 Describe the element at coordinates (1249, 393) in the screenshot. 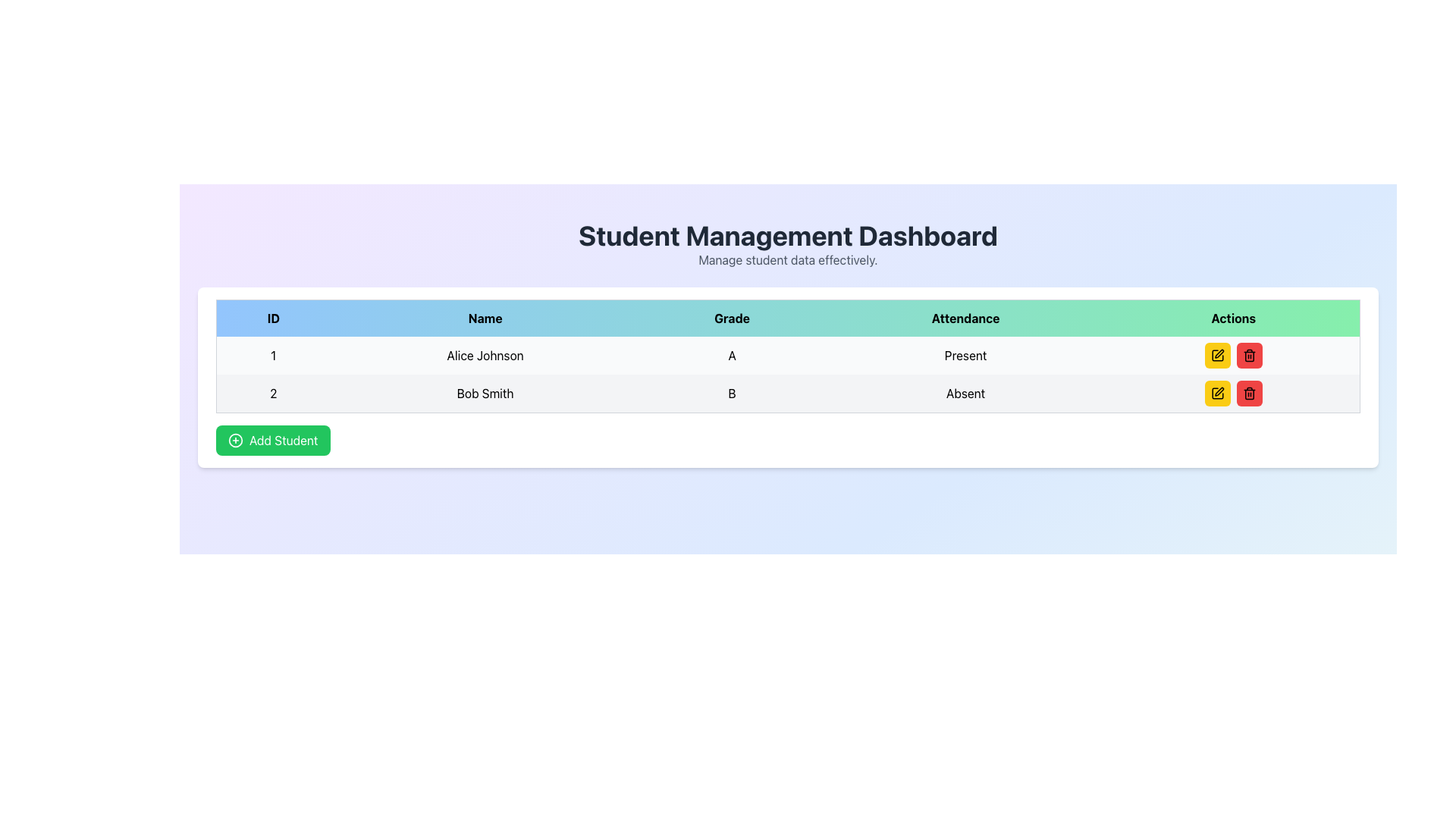

I see `the red trash icon button located in the second row of the 'Actions' column in the Student Management Dashboard` at that location.